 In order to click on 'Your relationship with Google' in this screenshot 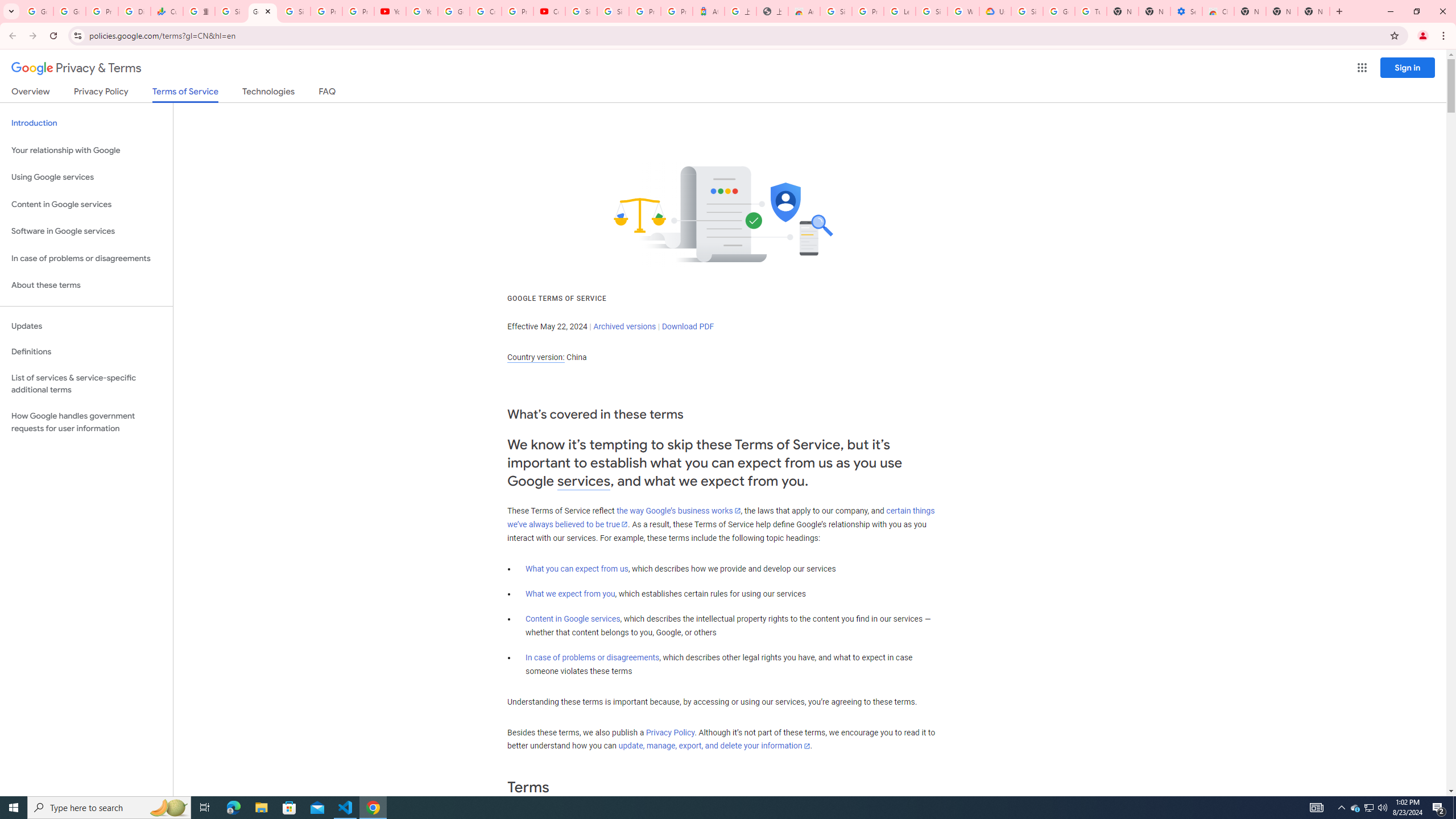, I will do `click(86, 150)`.